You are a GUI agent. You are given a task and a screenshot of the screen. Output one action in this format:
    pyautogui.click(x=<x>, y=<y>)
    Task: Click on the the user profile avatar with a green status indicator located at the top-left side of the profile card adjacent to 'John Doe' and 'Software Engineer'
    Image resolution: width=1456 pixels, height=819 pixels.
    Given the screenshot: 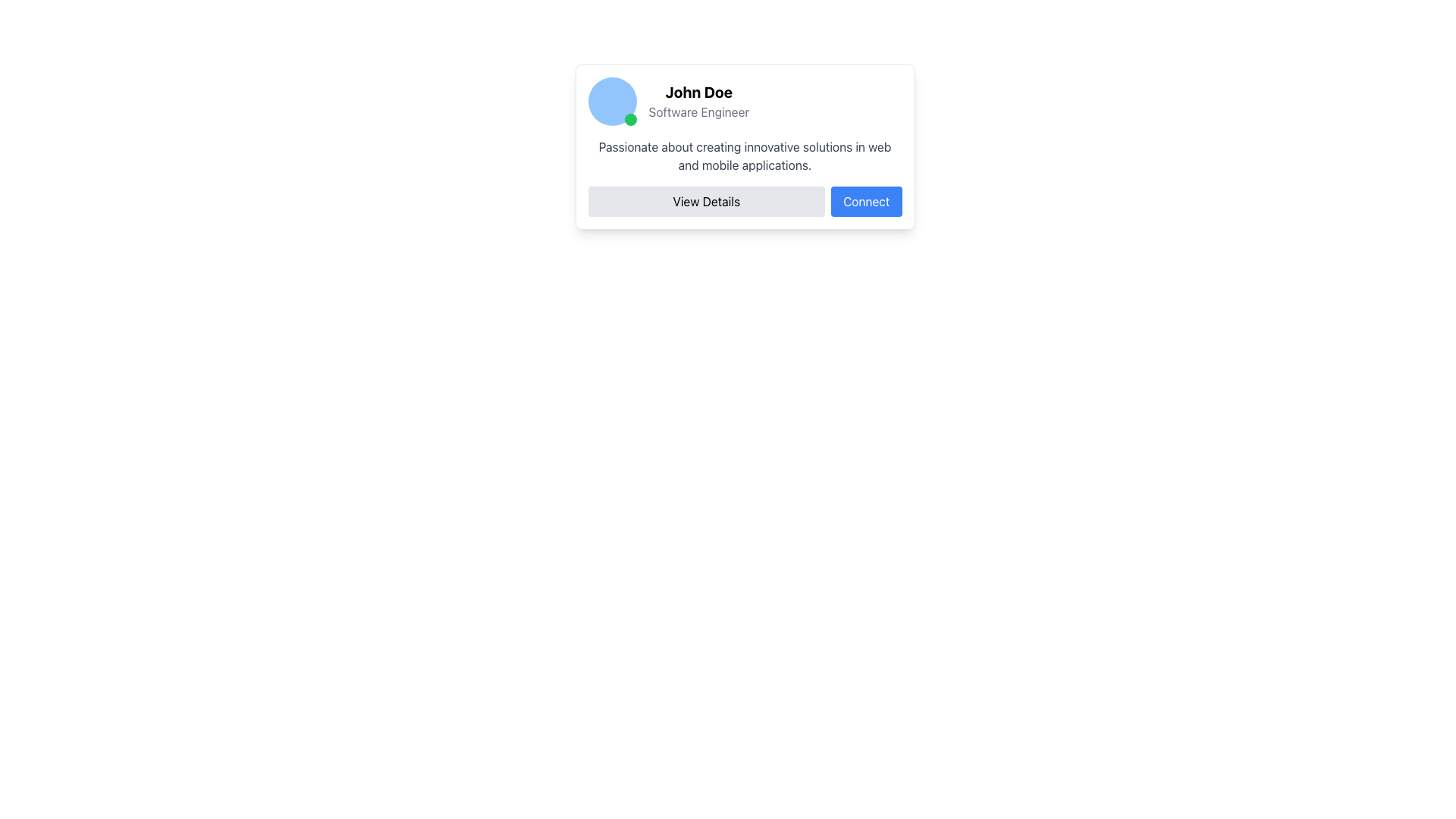 What is the action you would take?
    pyautogui.click(x=612, y=102)
    